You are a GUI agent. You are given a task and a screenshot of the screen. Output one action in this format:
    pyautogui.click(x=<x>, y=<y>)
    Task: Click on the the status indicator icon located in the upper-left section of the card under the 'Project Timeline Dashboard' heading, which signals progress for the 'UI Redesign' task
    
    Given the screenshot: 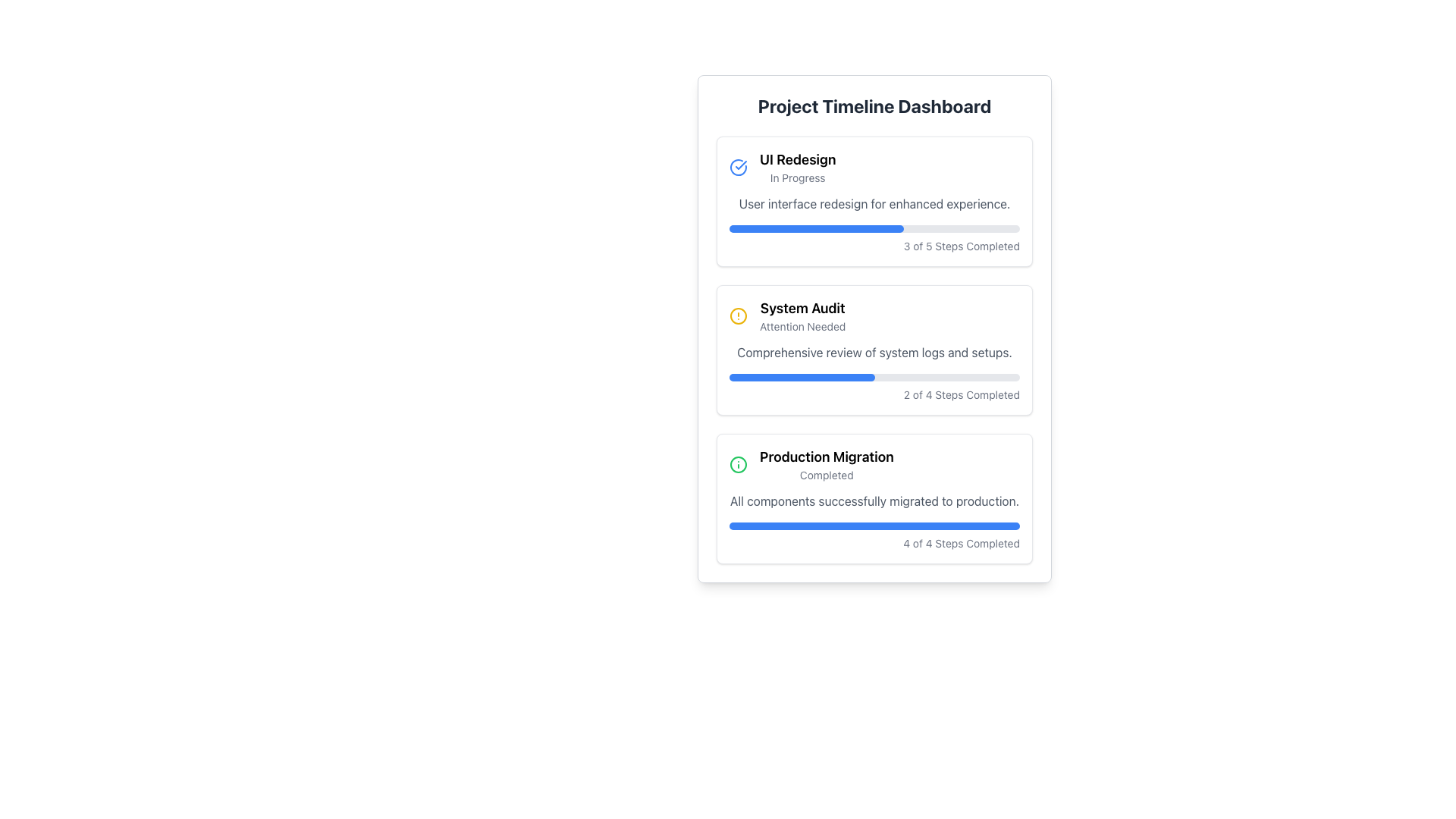 What is the action you would take?
    pyautogui.click(x=739, y=167)
    